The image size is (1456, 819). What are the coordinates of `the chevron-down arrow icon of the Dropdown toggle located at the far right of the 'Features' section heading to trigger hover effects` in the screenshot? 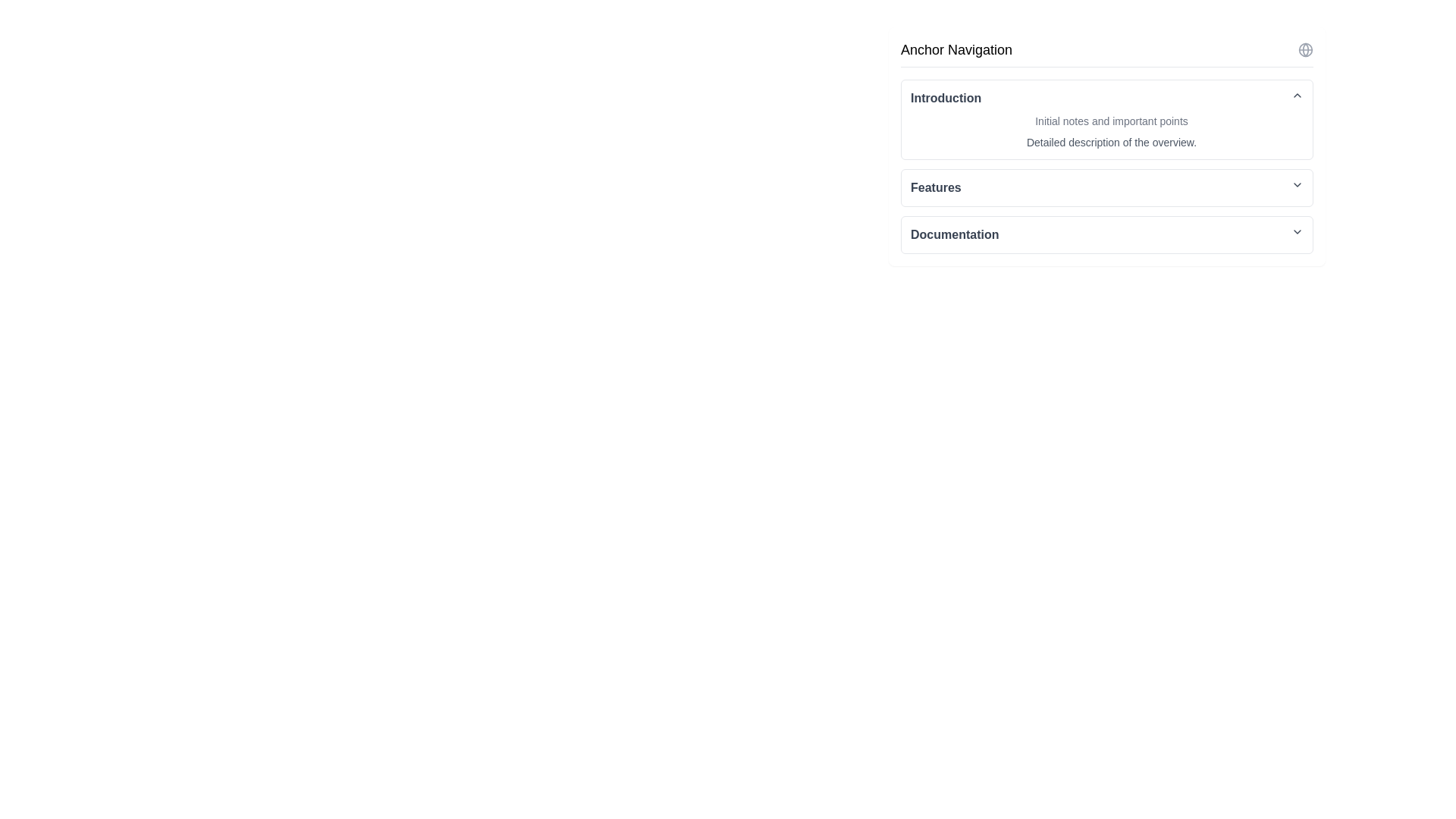 It's located at (1296, 184).